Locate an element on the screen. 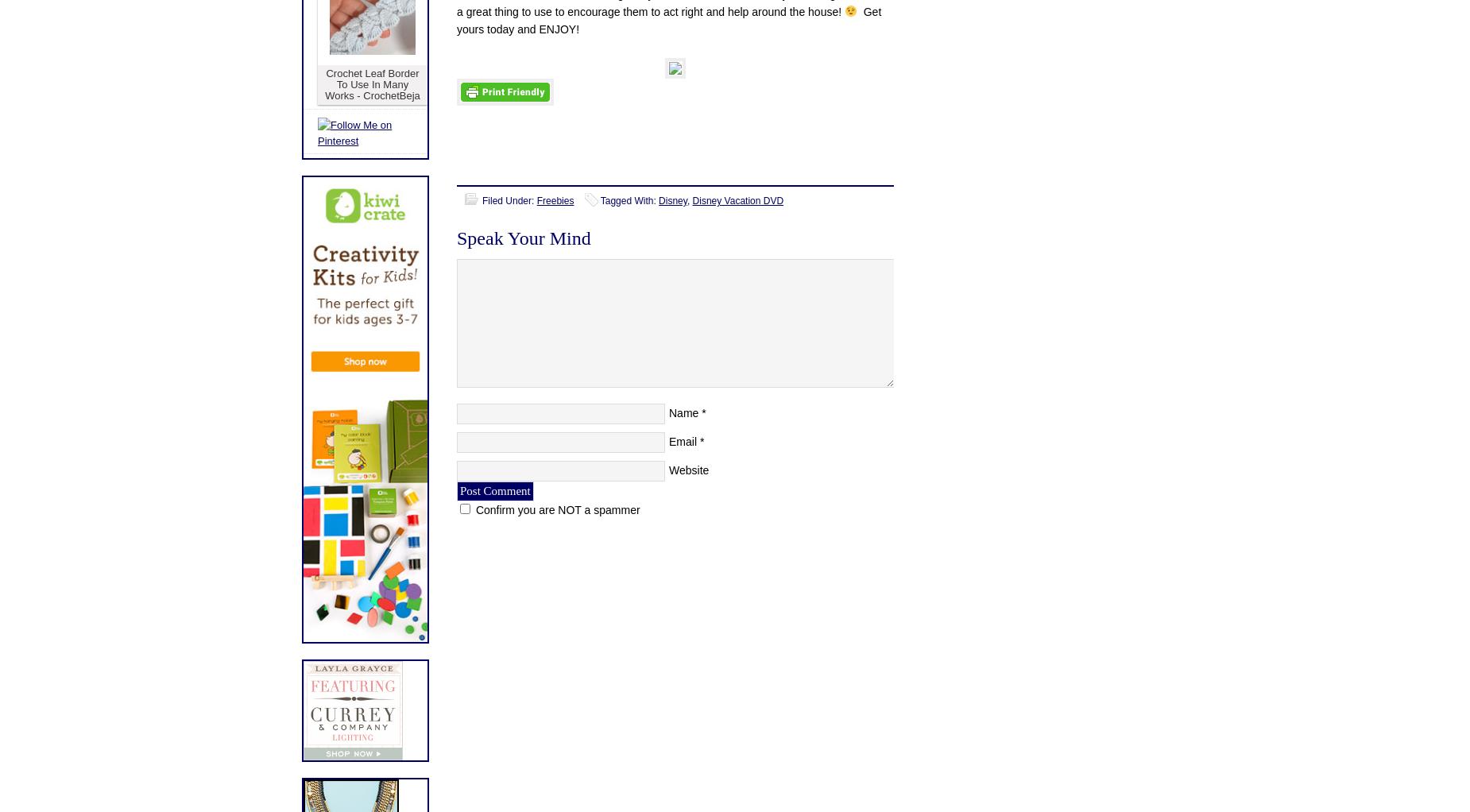  'Get yours today and ENJOY!' is located at coordinates (668, 19).